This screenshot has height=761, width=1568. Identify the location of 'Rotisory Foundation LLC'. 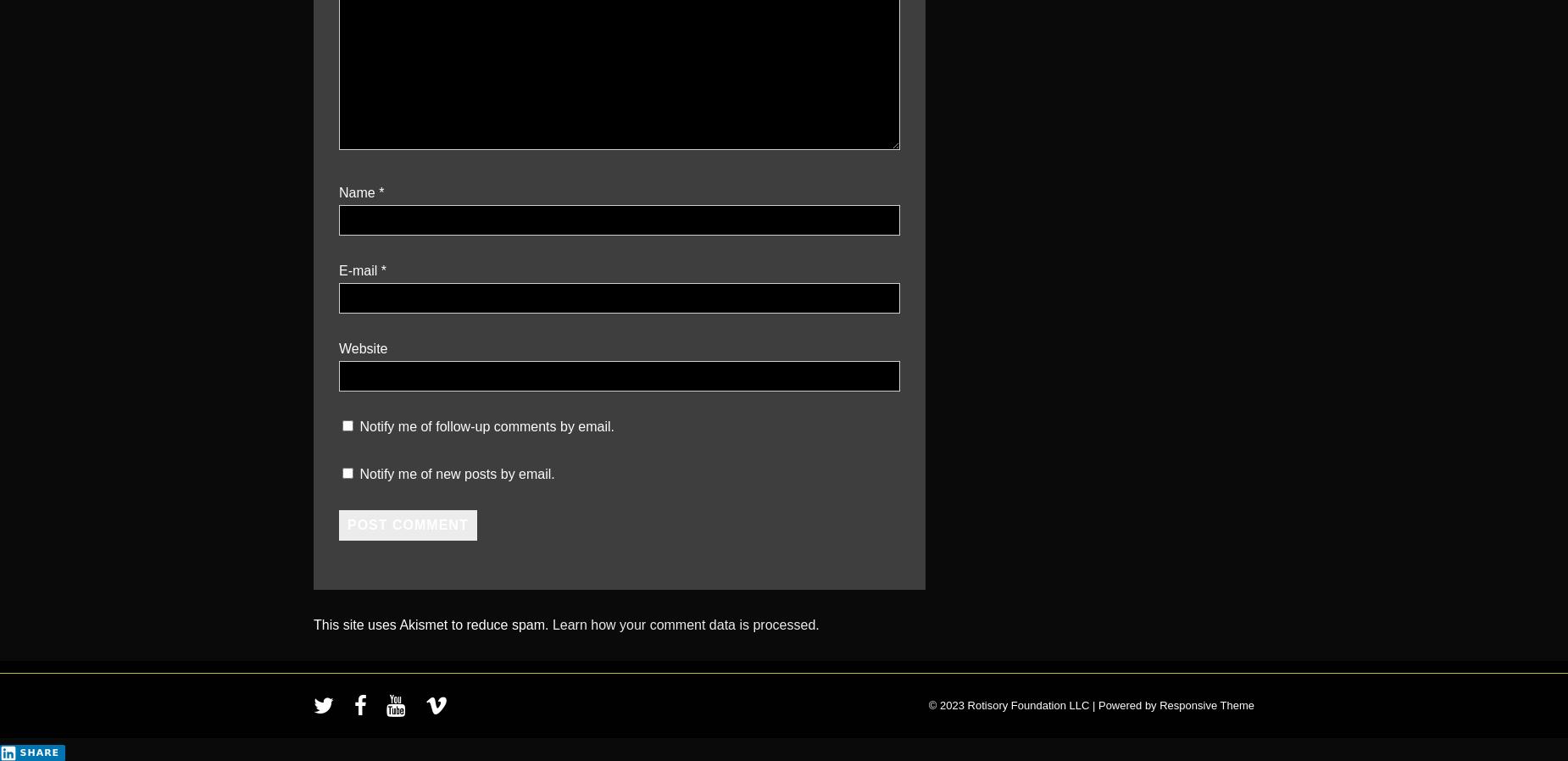
(1027, 705).